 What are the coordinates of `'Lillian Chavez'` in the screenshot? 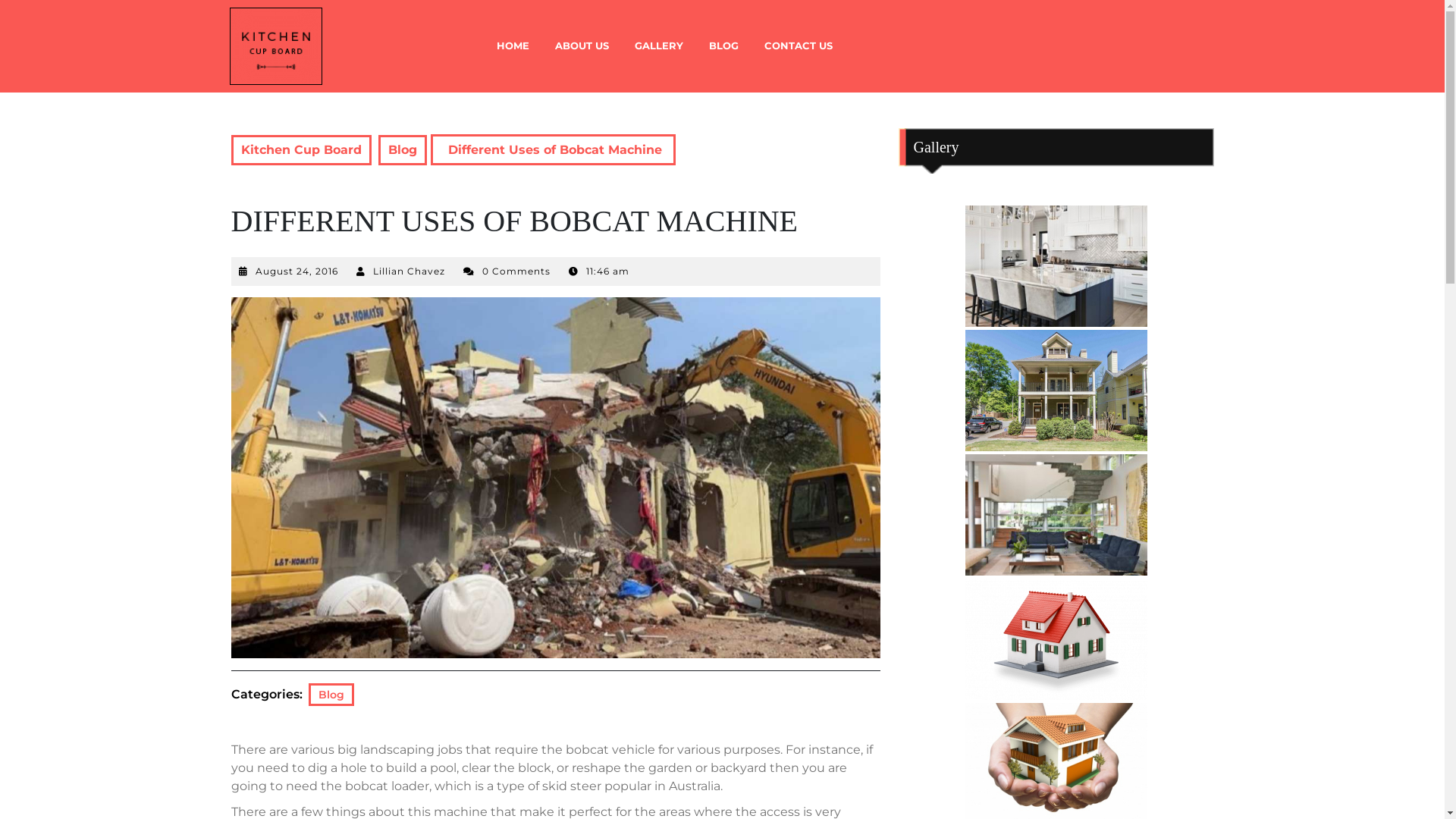 It's located at (409, 270).